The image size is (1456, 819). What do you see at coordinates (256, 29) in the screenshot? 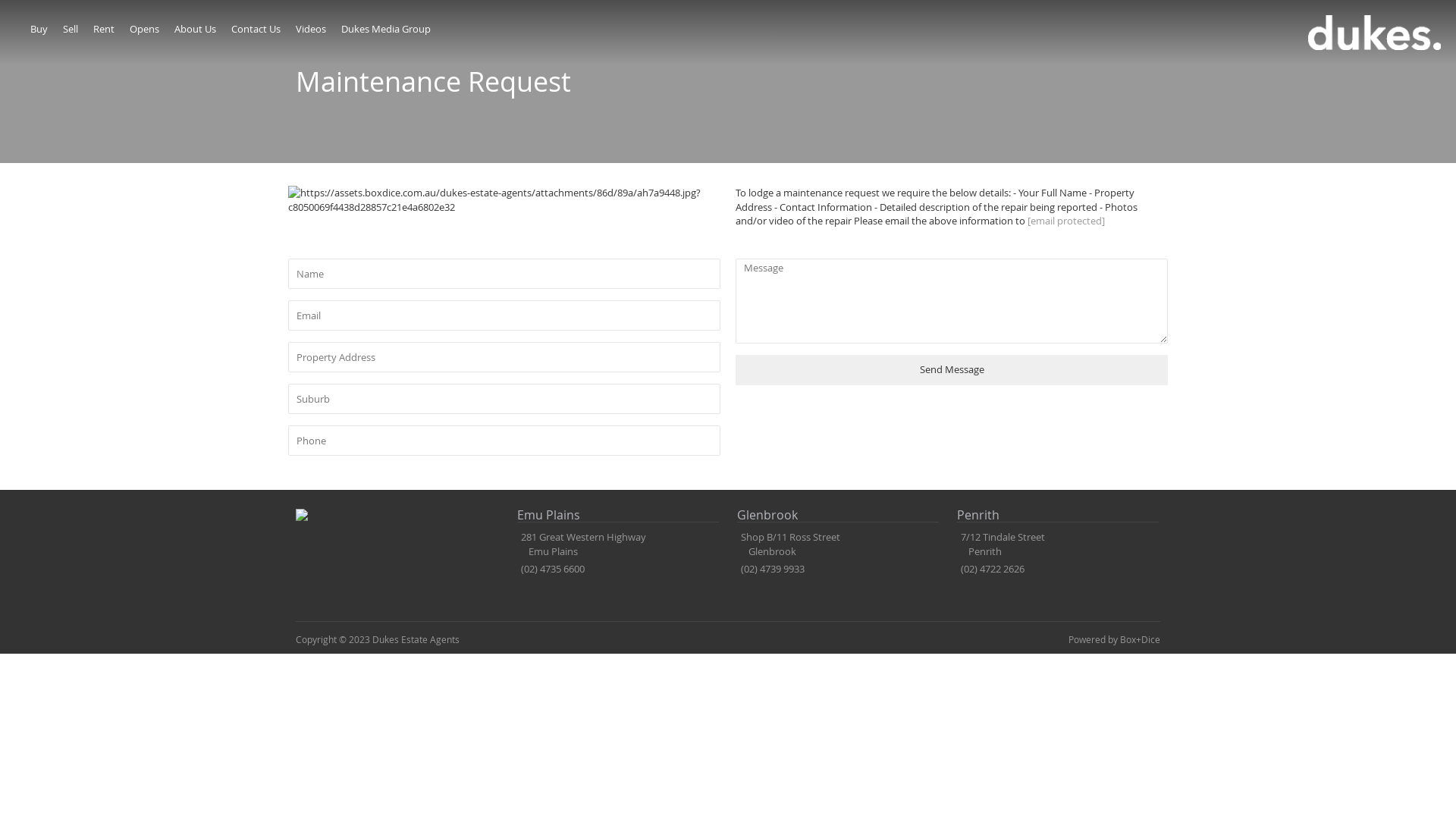
I see `'Contact Us'` at bounding box center [256, 29].